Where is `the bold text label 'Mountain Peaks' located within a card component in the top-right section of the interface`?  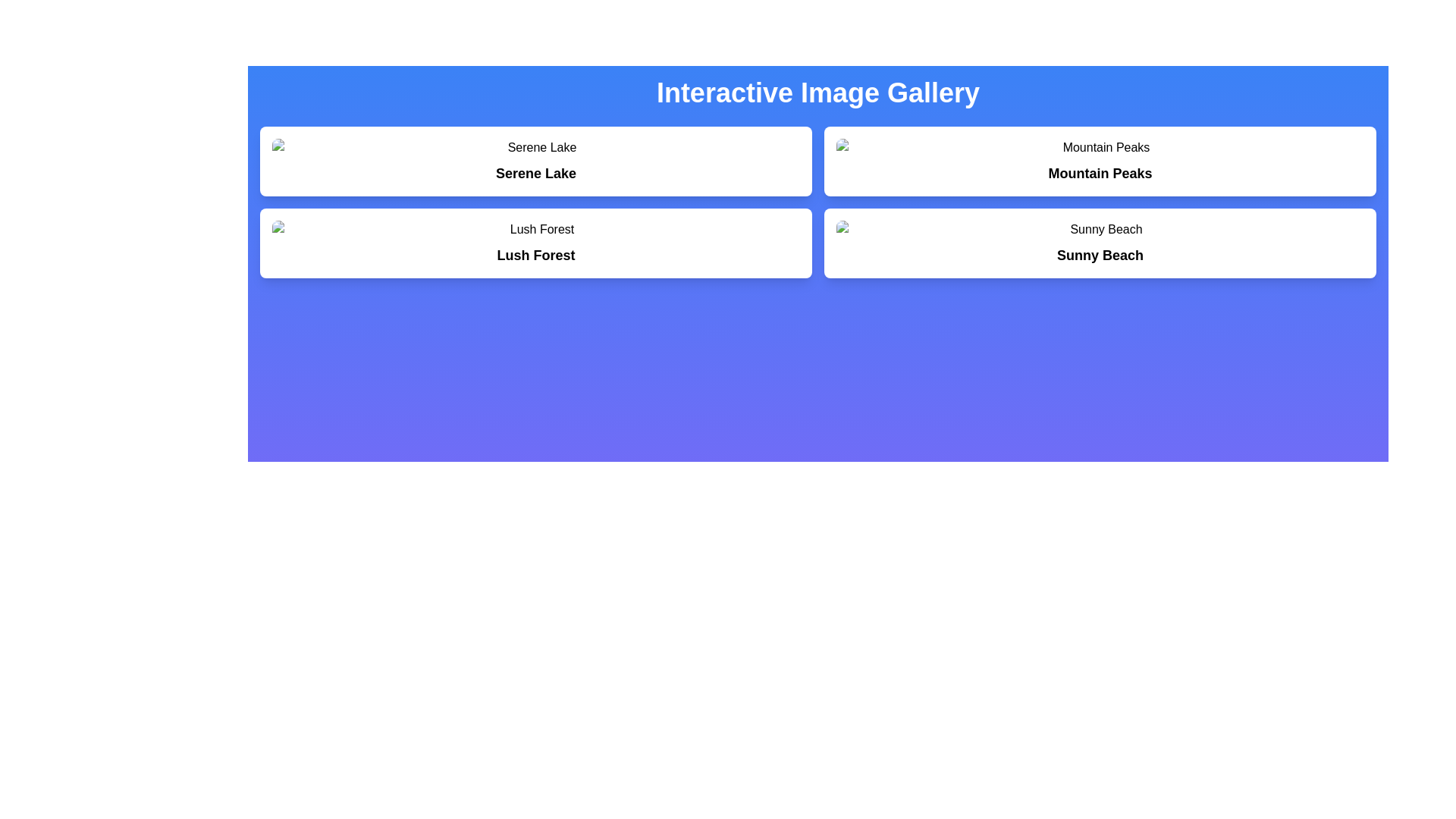
the bold text label 'Mountain Peaks' located within a card component in the top-right section of the interface is located at coordinates (1100, 172).